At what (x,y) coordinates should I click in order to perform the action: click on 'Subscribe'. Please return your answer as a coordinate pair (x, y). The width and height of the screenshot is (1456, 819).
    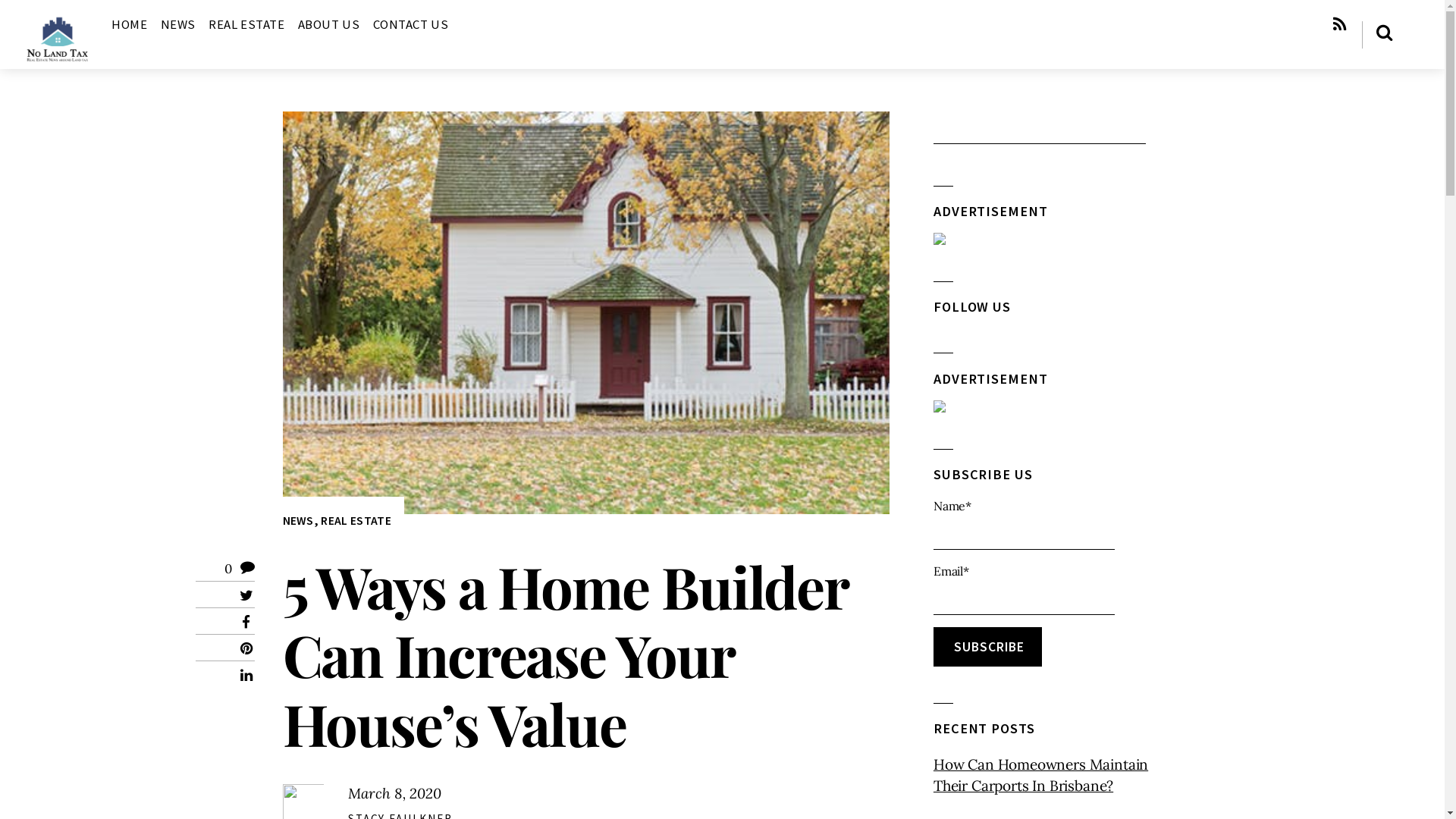
    Looking at the image, I should click on (932, 646).